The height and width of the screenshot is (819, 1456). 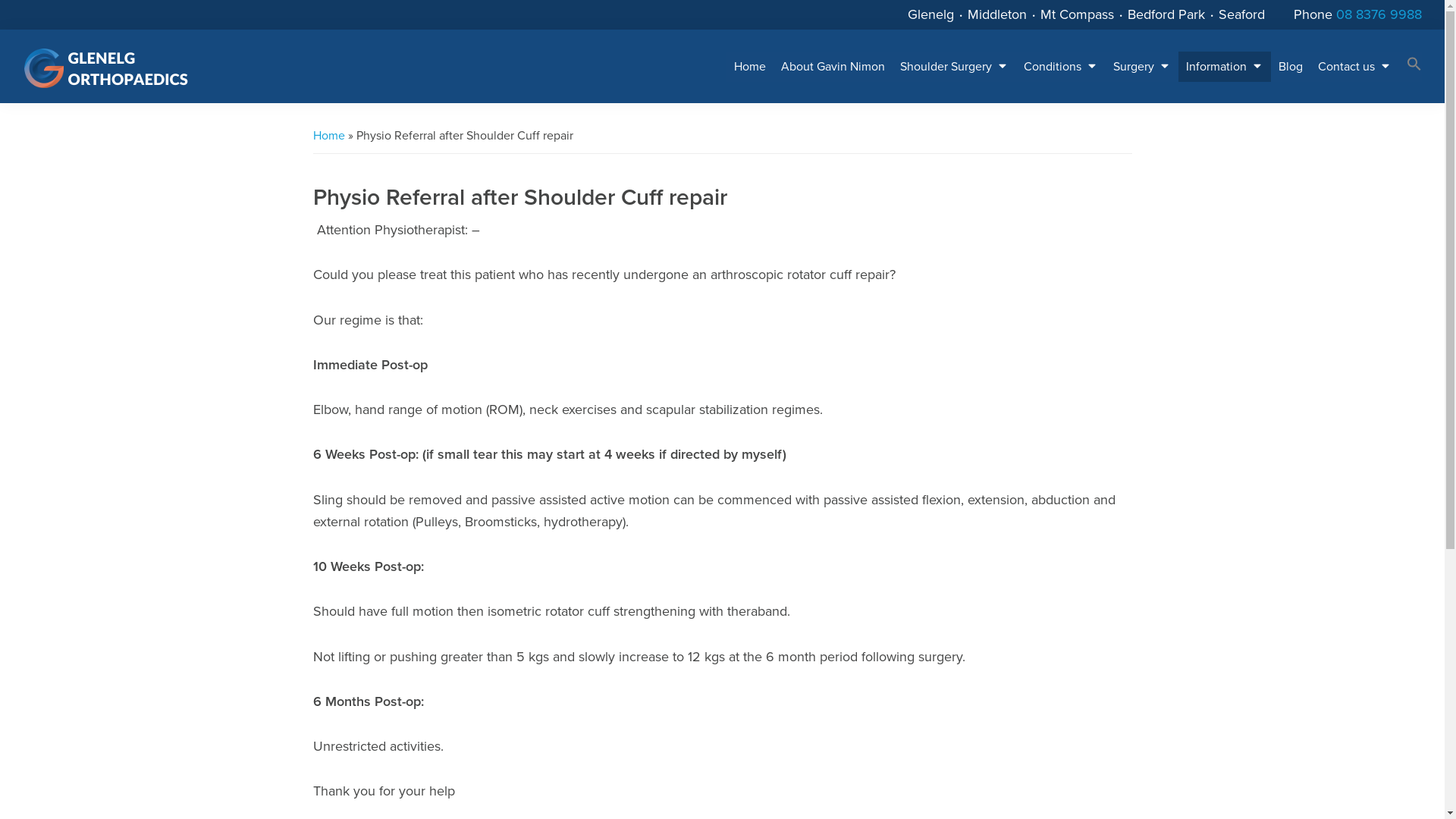 What do you see at coordinates (930, 14) in the screenshot?
I see `'Glenelg'` at bounding box center [930, 14].